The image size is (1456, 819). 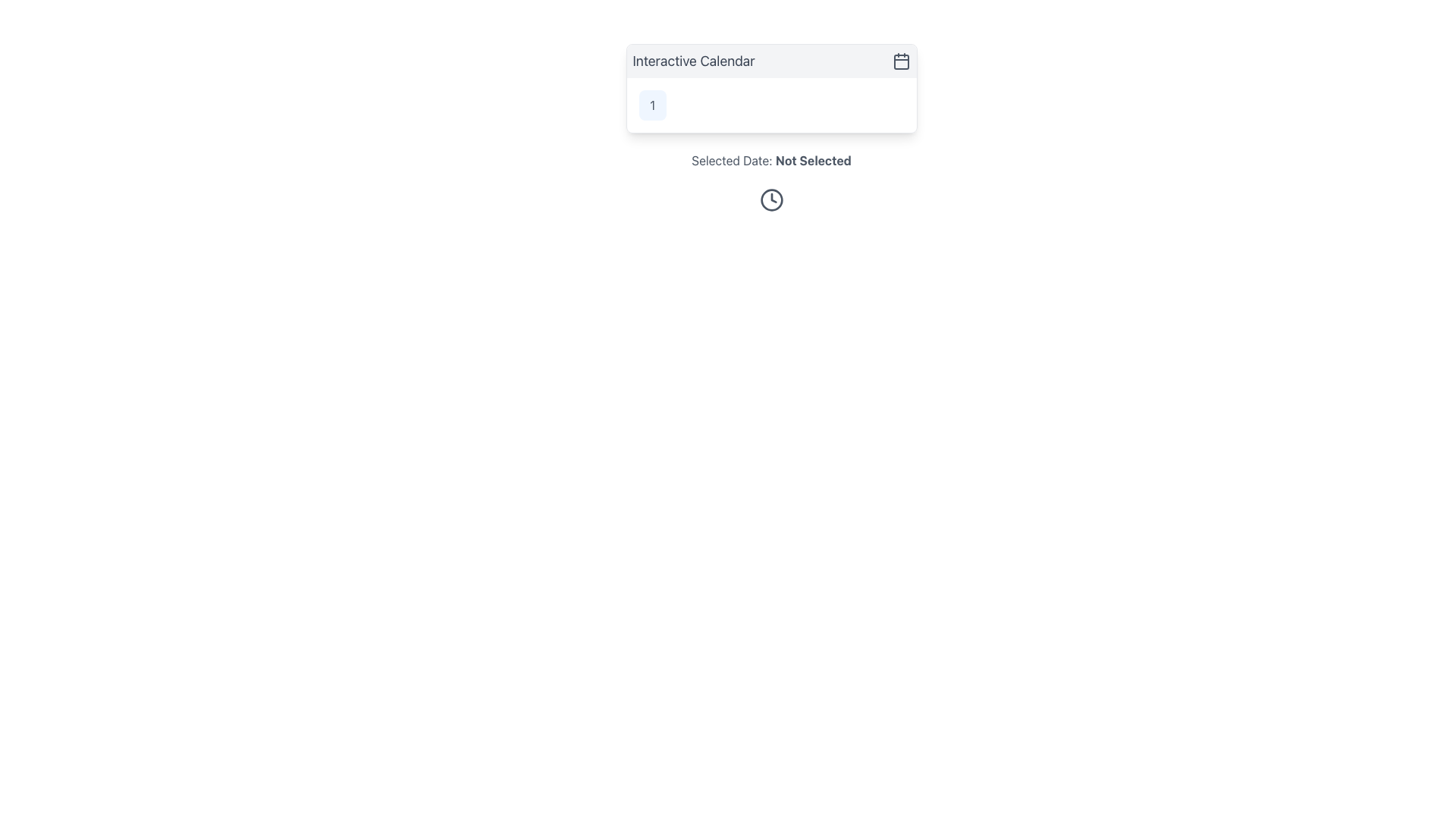 What do you see at coordinates (771, 199) in the screenshot?
I see `clock icon, which is a circular gray icon with clock hands, located beneath the 'Selected Date: Not Selected' text` at bounding box center [771, 199].